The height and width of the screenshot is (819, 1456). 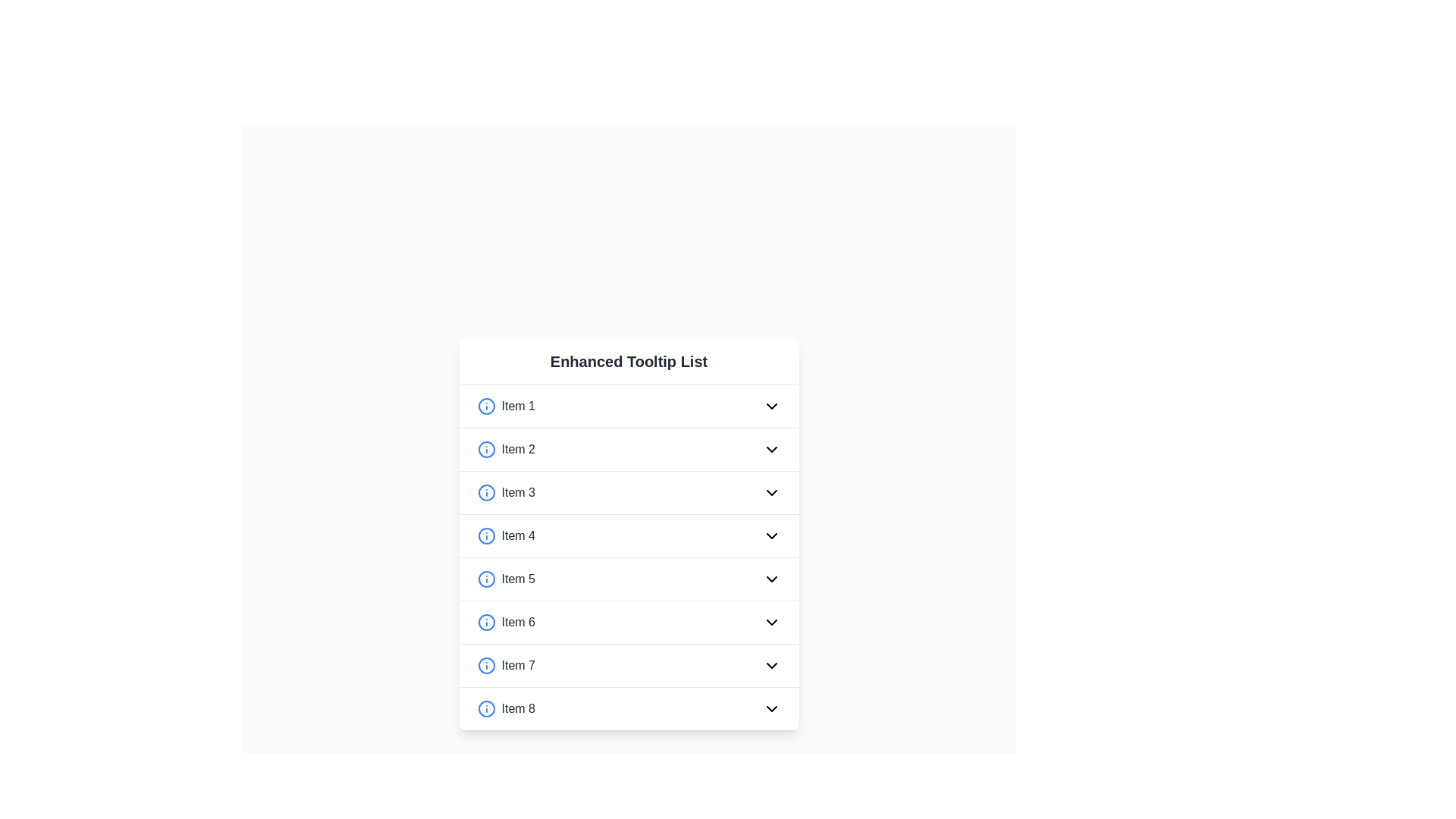 I want to click on the second list item in the 'Enhanced Tooltip List', so click(x=629, y=449).